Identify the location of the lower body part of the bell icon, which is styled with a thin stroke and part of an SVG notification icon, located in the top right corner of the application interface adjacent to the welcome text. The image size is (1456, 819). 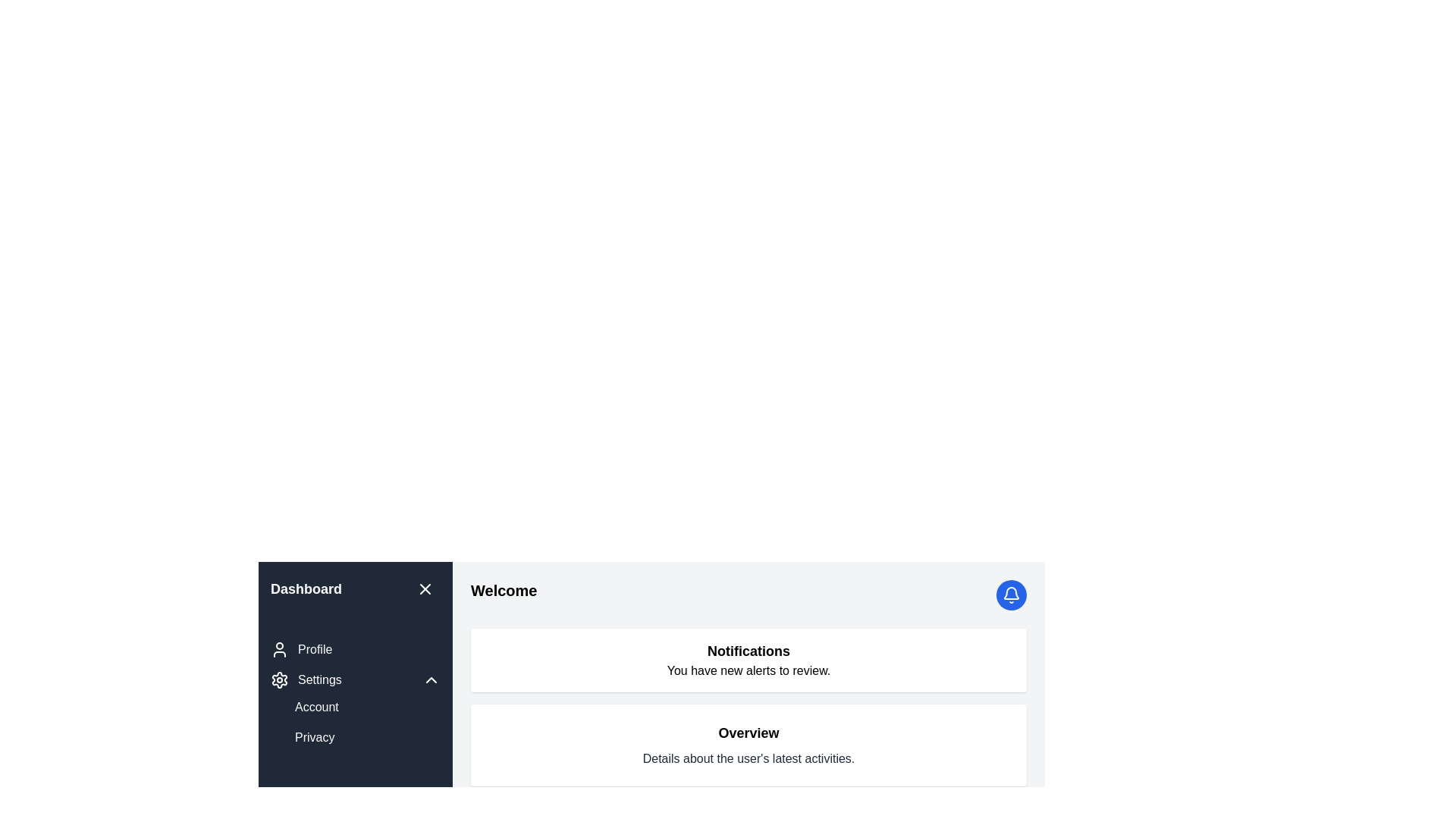
(1012, 592).